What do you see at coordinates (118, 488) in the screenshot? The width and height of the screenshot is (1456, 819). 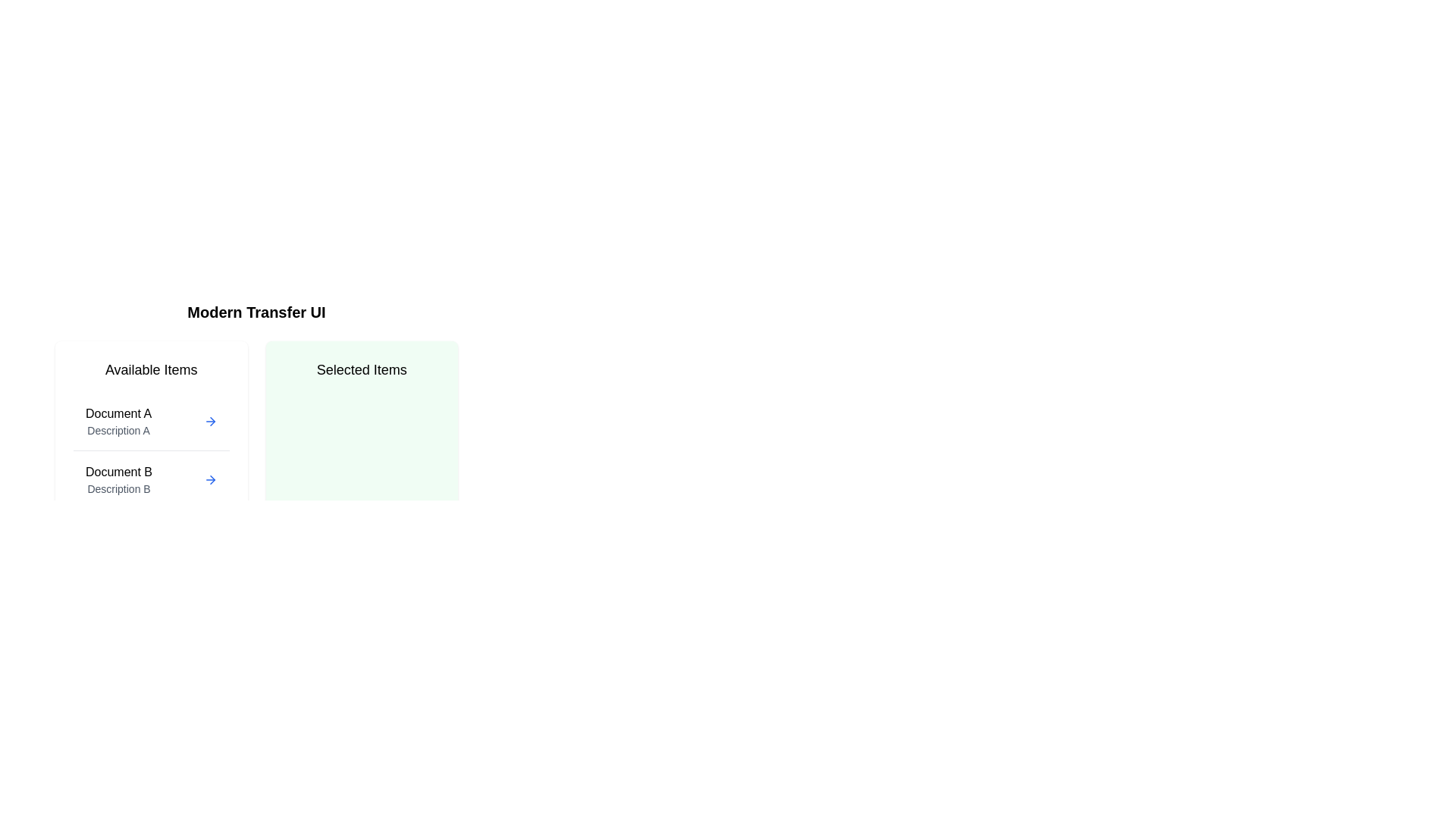 I see `the Text label providing information related to 'Document B', which is positioned below the 'Document B' sibling element in the 'Available Items' section` at bounding box center [118, 488].